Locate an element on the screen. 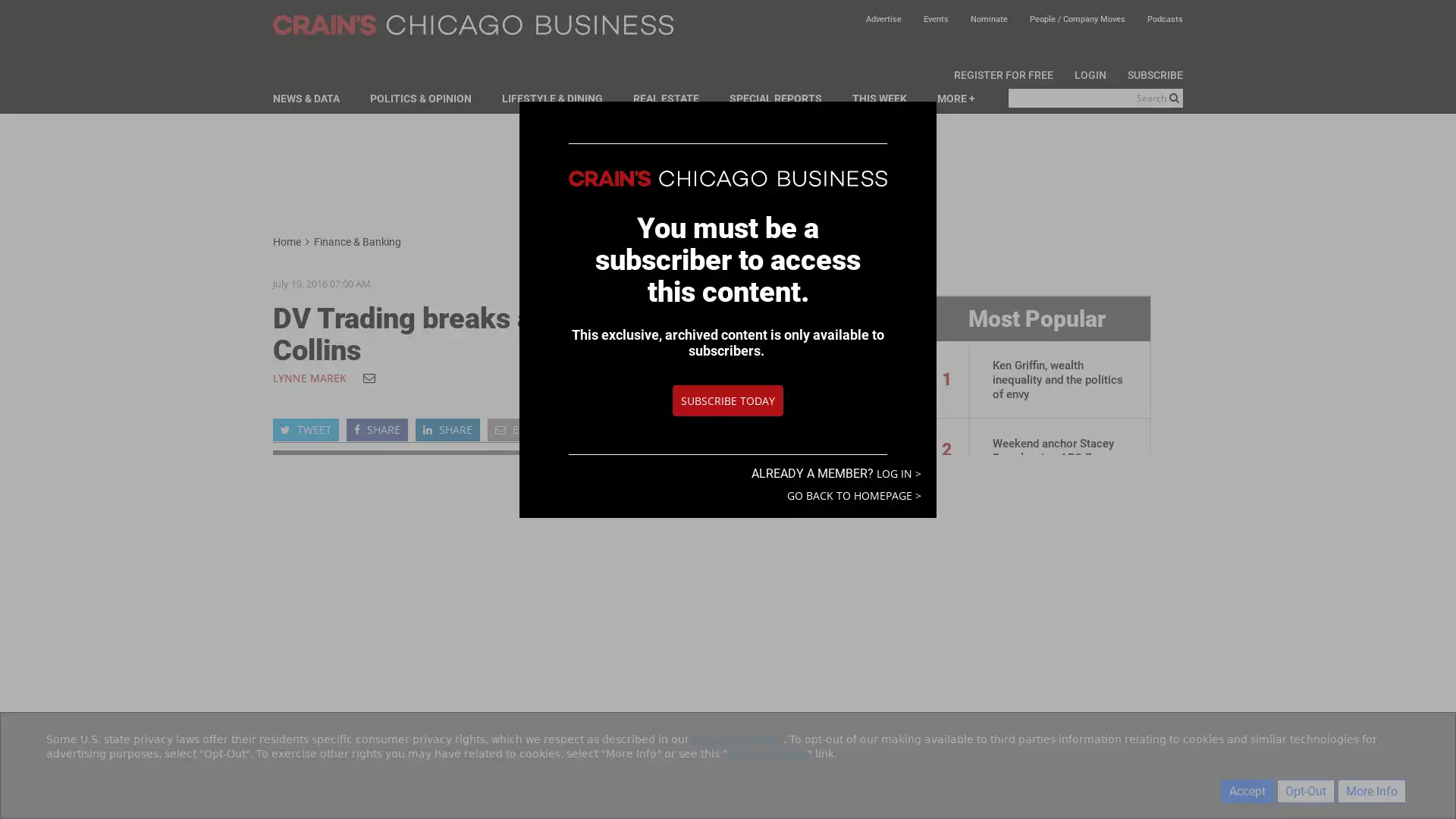 The height and width of the screenshot is (819, 1456). Accept is located at coordinates (1247, 790).